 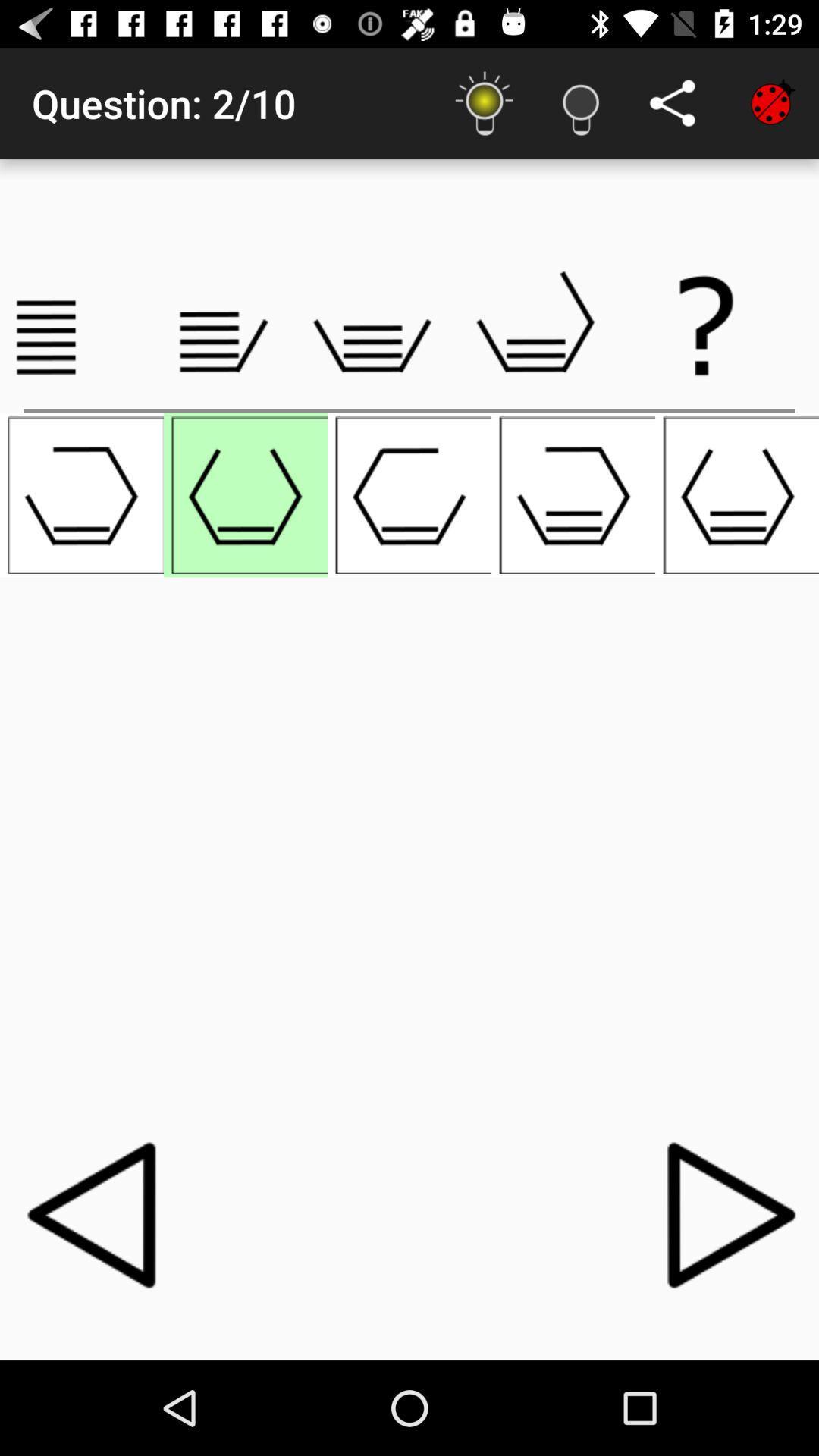 I want to click on icon at the bottom right corner, so click(x=722, y=1214).